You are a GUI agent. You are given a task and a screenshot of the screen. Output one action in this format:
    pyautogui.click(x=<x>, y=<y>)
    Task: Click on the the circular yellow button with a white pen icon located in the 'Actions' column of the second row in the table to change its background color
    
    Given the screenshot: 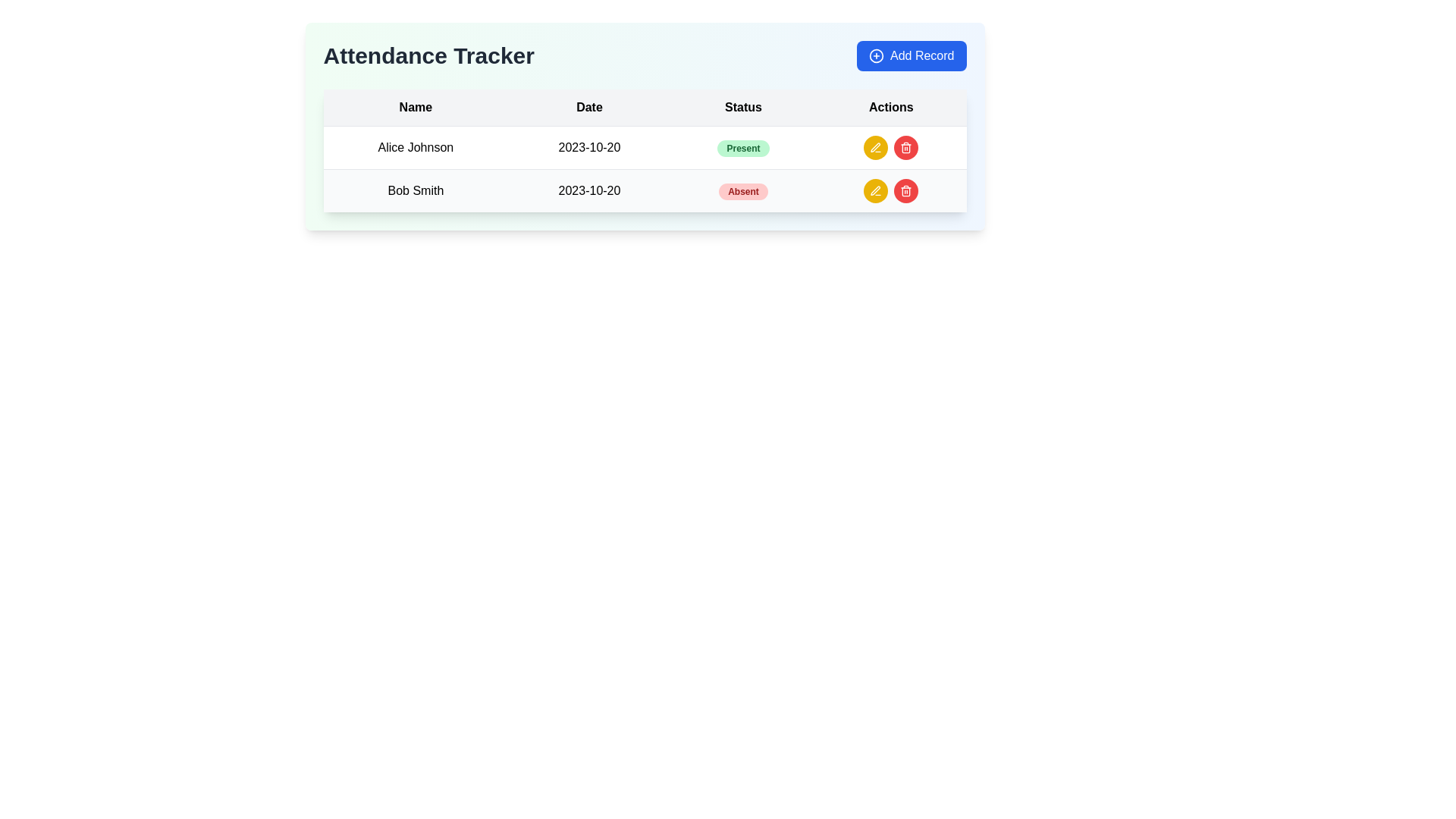 What is the action you would take?
    pyautogui.click(x=876, y=190)
    